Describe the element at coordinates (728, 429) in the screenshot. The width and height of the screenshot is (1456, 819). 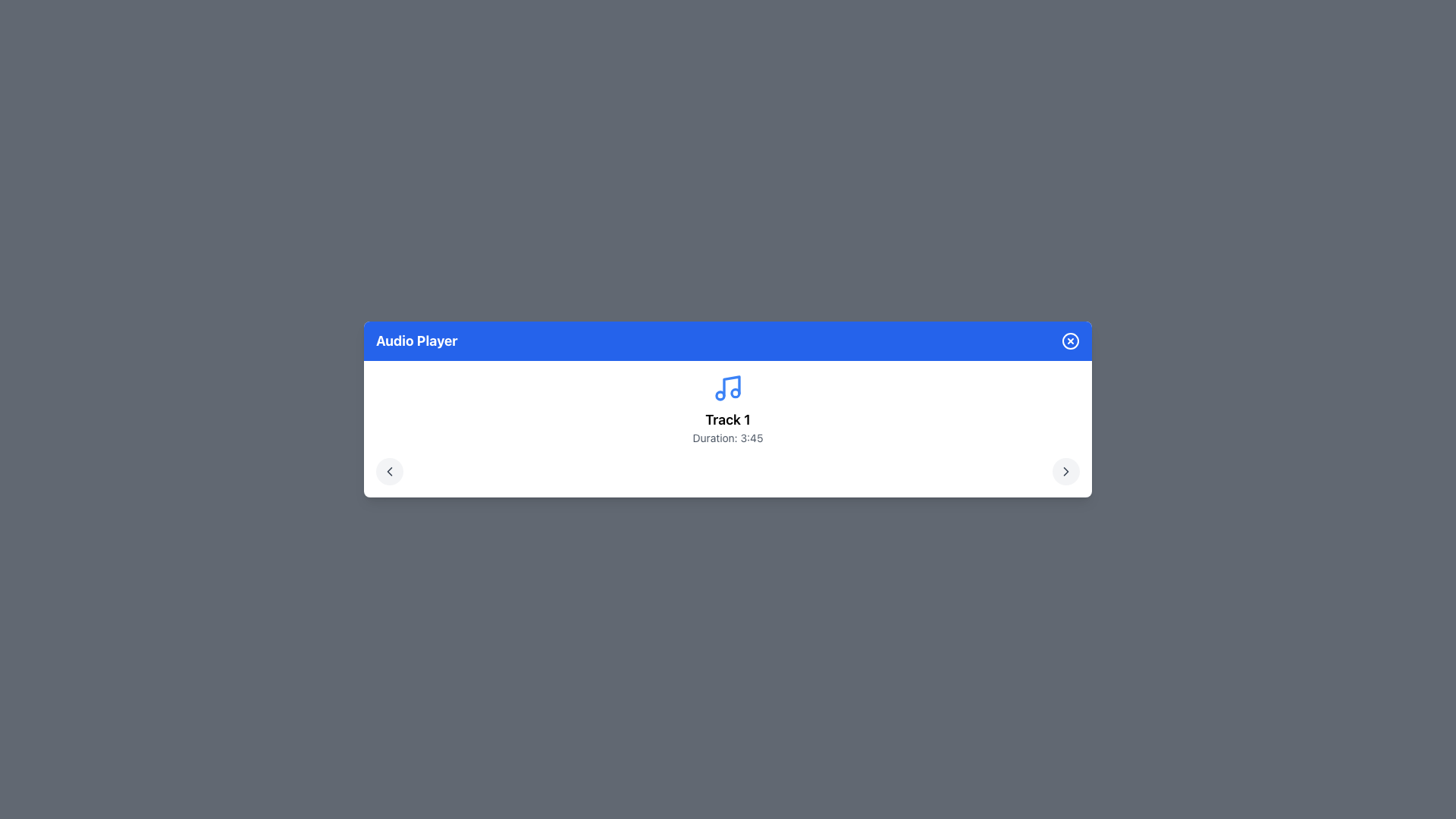
I see `the Information Display Panel that shows 'Track 1' and 'Duration: 3:45' in the audio player interface` at that location.